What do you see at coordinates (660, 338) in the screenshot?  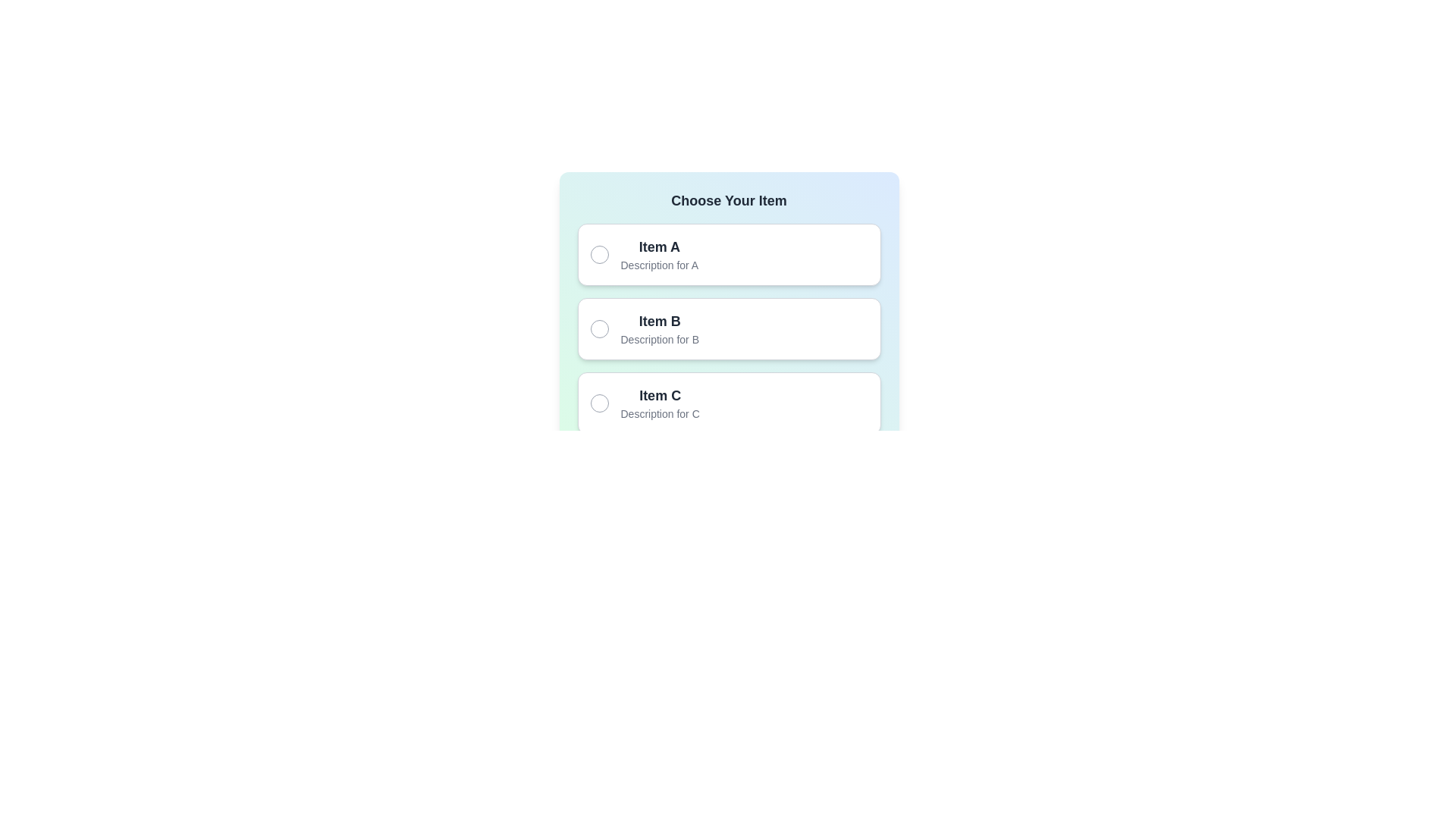 I see `the text label that provides additional details about 'Item B', which is located directly below the 'Item B' heading in the second option of a vertical list` at bounding box center [660, 338].